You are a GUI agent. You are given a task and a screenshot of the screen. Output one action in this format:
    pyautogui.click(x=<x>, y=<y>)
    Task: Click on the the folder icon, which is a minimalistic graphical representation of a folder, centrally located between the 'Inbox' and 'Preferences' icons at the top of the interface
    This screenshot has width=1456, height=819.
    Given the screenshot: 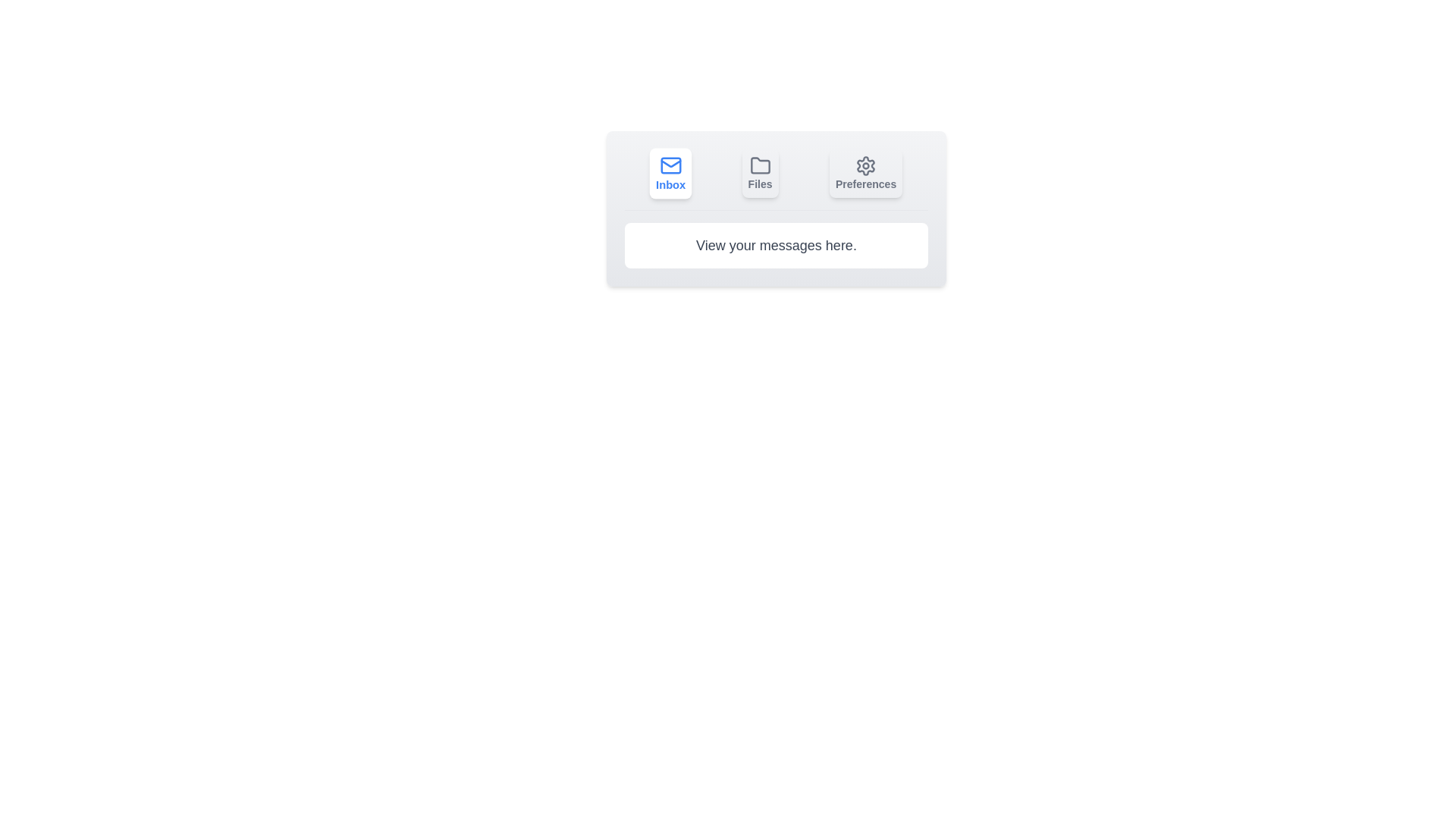 What is the action you would take?
    pyautogui.click(x=760, y=165)
    